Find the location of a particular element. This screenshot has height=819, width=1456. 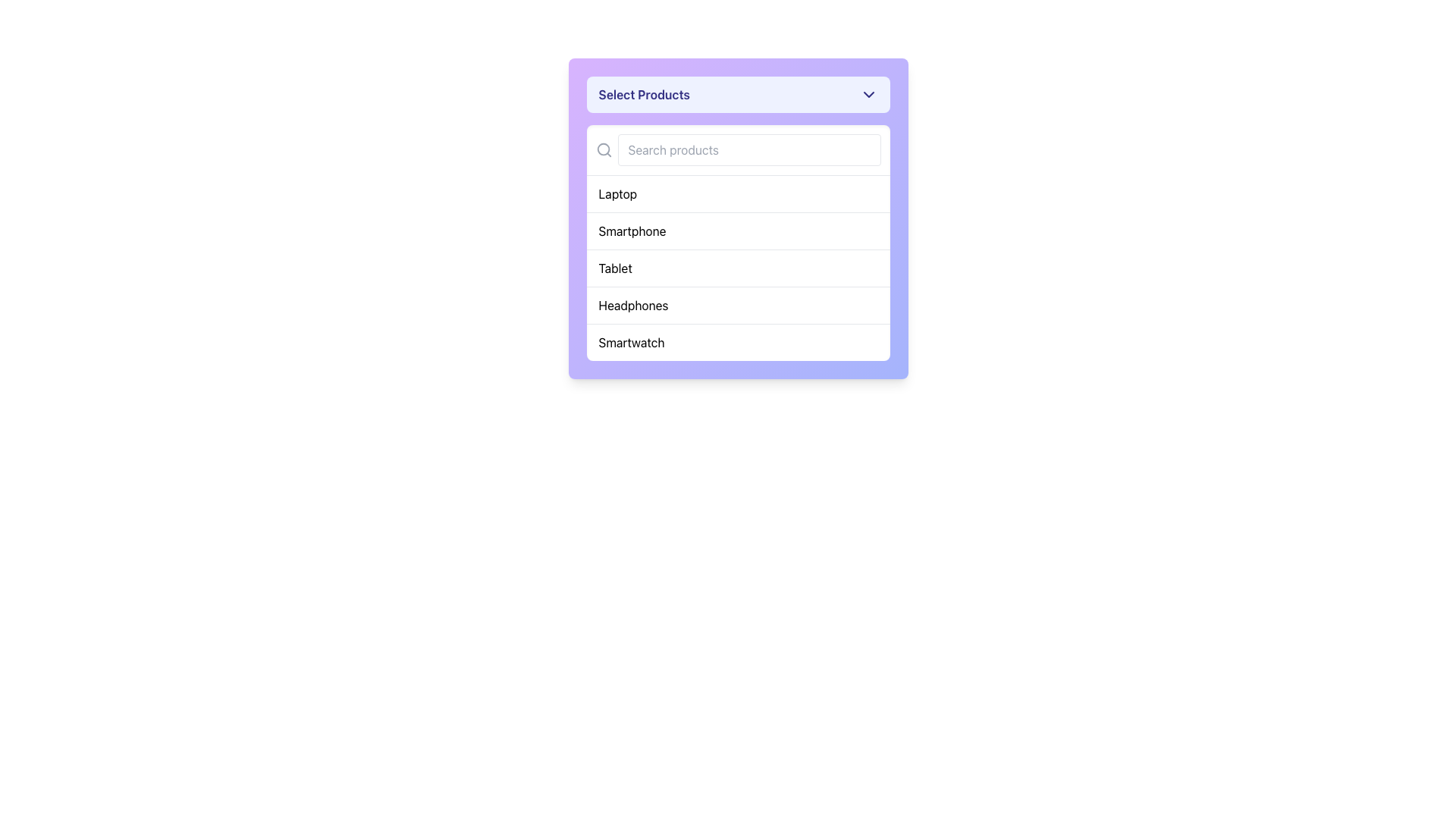

the static text label 'Select Products' to indicate interactivity in the dropdown component is located at coordinates (644, 94).